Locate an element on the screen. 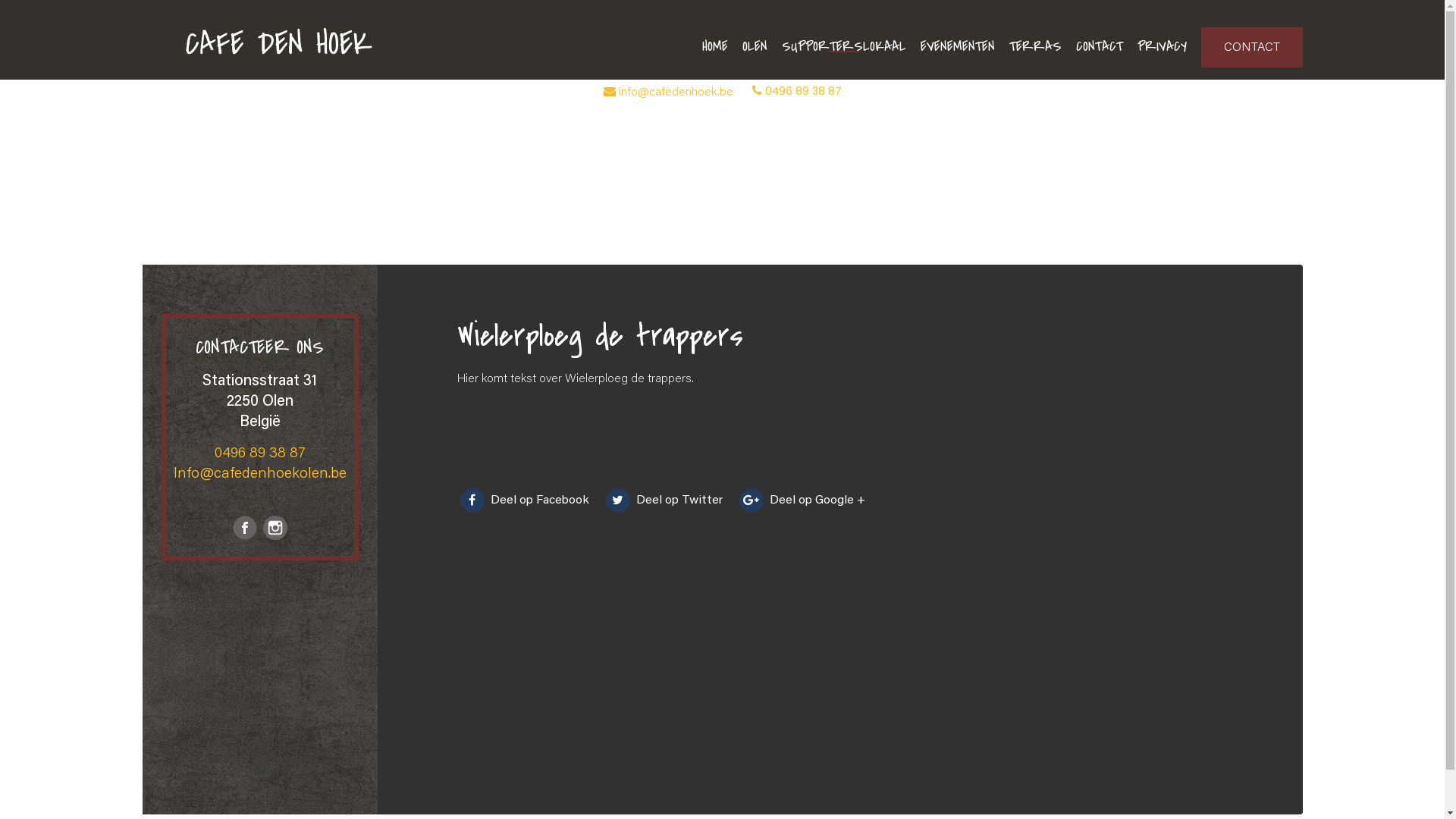  'PRIVACY' is located at coordinates (1161, 45).